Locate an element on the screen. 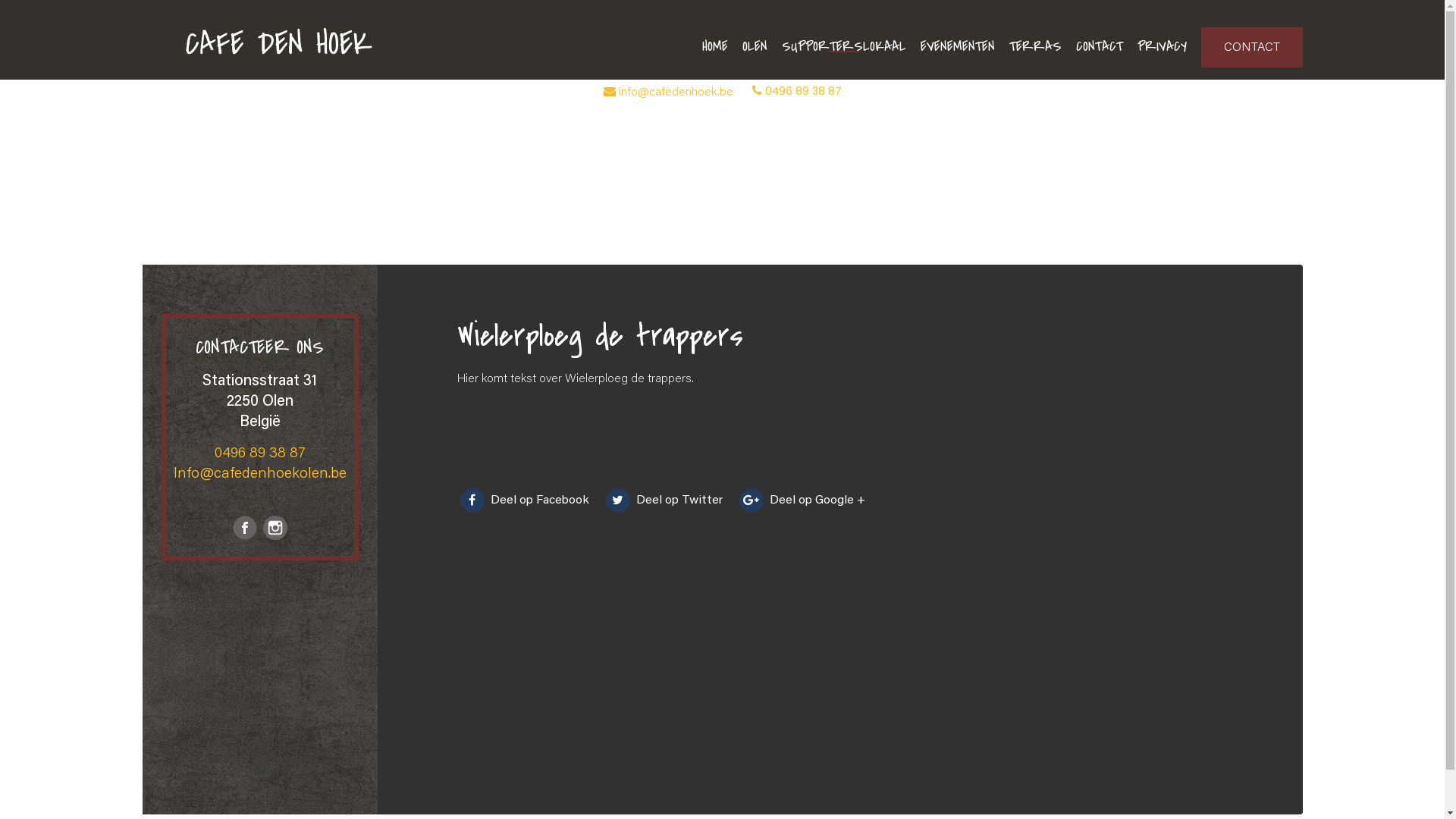  'PRIVACY' is located at coordinates (1161, 45).